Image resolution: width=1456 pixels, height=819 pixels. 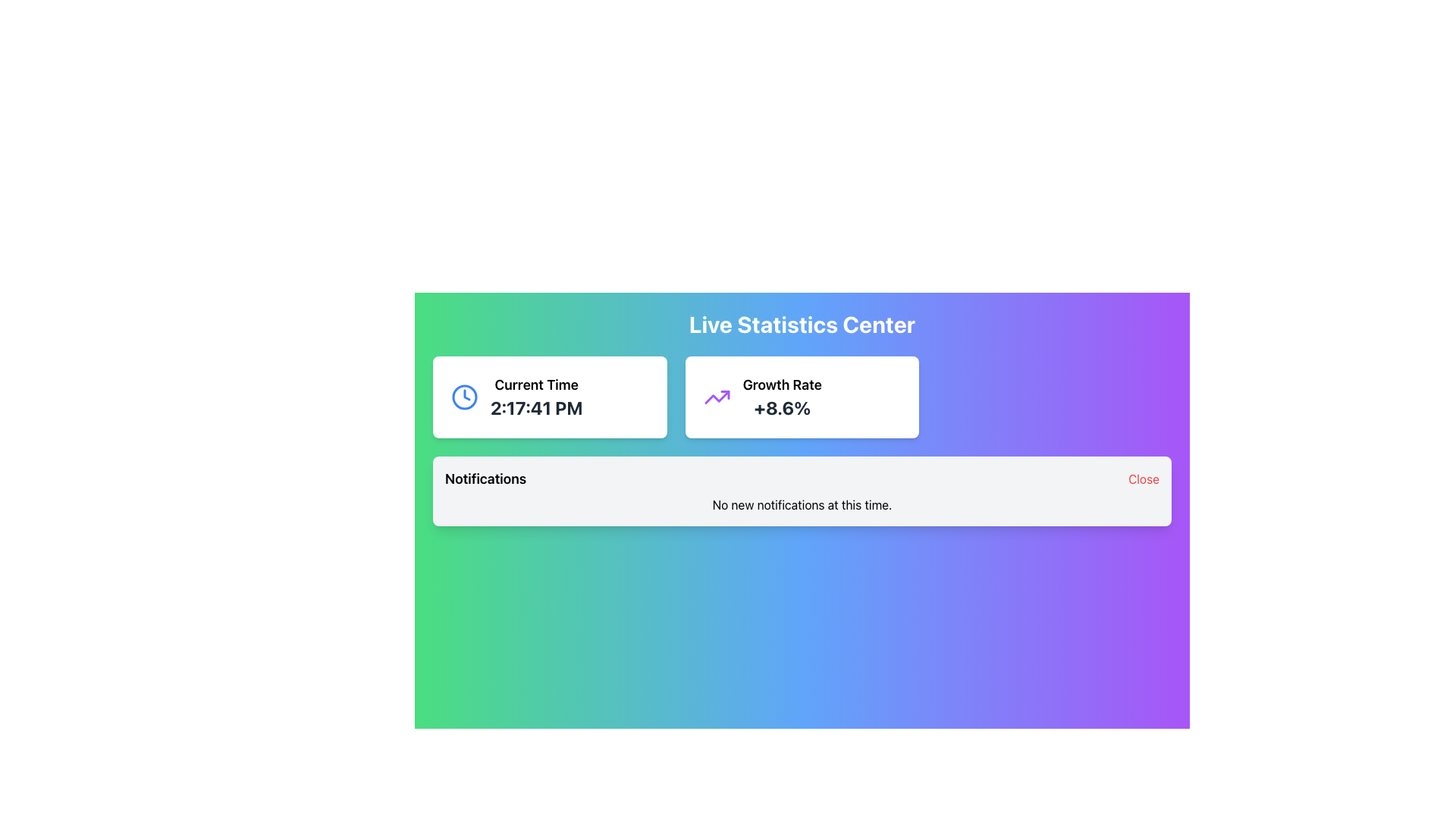 What do you see at coordinates (782, 397) in the screenshot?
I see `the Information Display Text element located in the top right part of the interface, which presents a growth statistic and is adjacent to a purple trend line icon under the title 'Live Statistics Center'` at bounding box center [782, 397].